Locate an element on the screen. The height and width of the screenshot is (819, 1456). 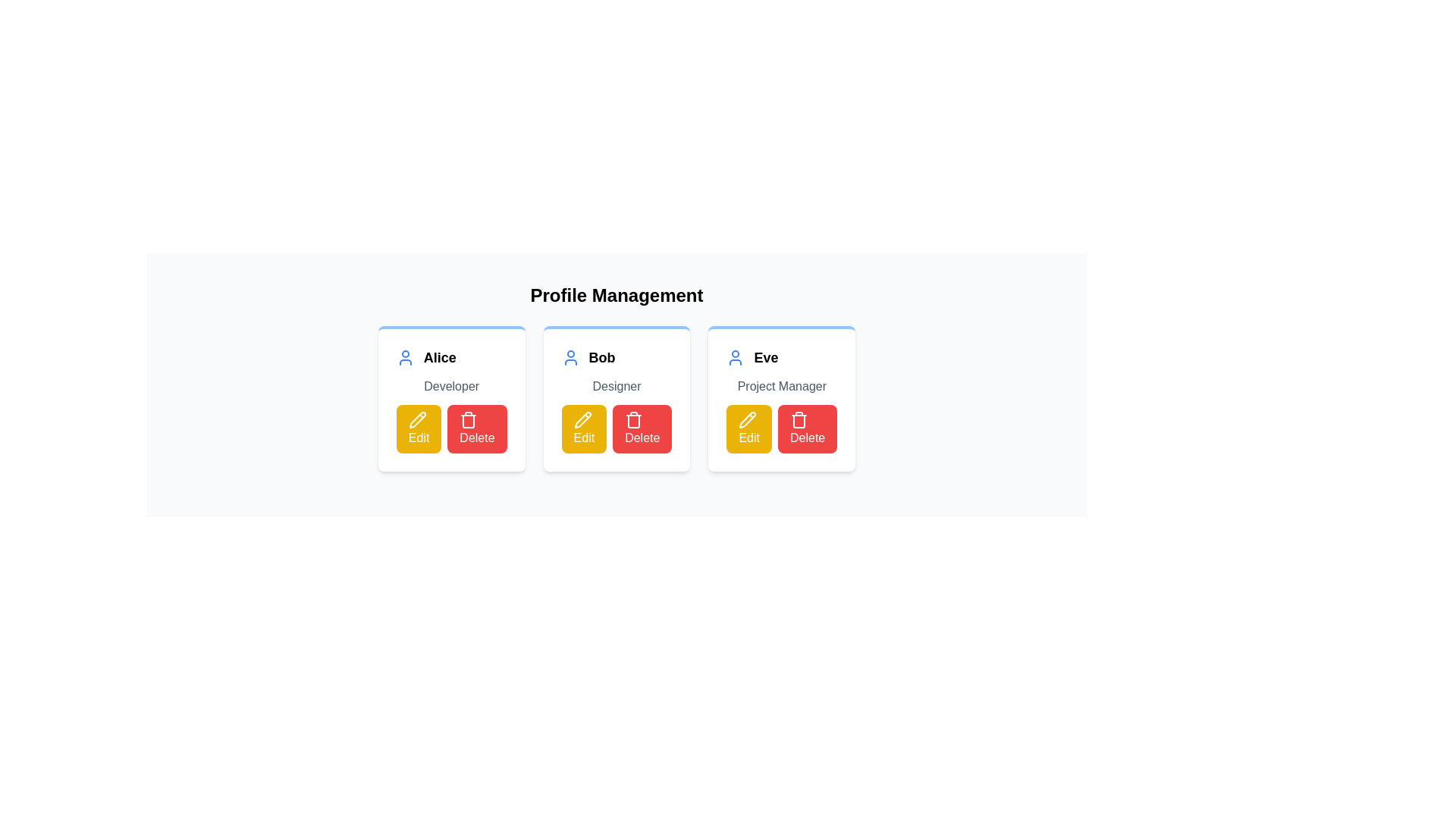
the text label identifying the profile owner 'Alice' is located at coordinates (450, 357).